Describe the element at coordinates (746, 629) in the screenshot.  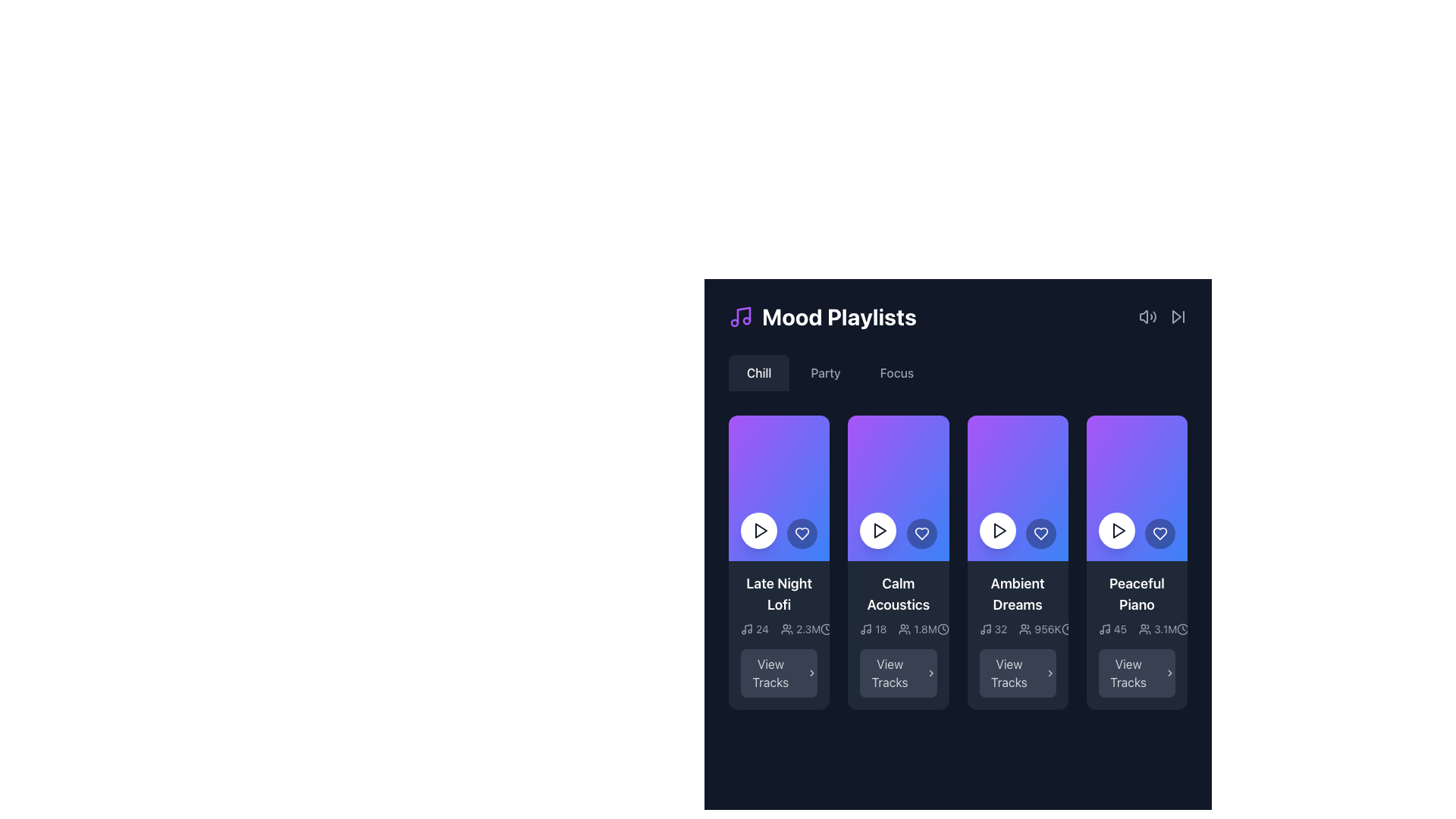
I see `the music icon located at the bottom-left corner of the first card in the grid layout, which indicates the numerical value '24' related to music` at that location.